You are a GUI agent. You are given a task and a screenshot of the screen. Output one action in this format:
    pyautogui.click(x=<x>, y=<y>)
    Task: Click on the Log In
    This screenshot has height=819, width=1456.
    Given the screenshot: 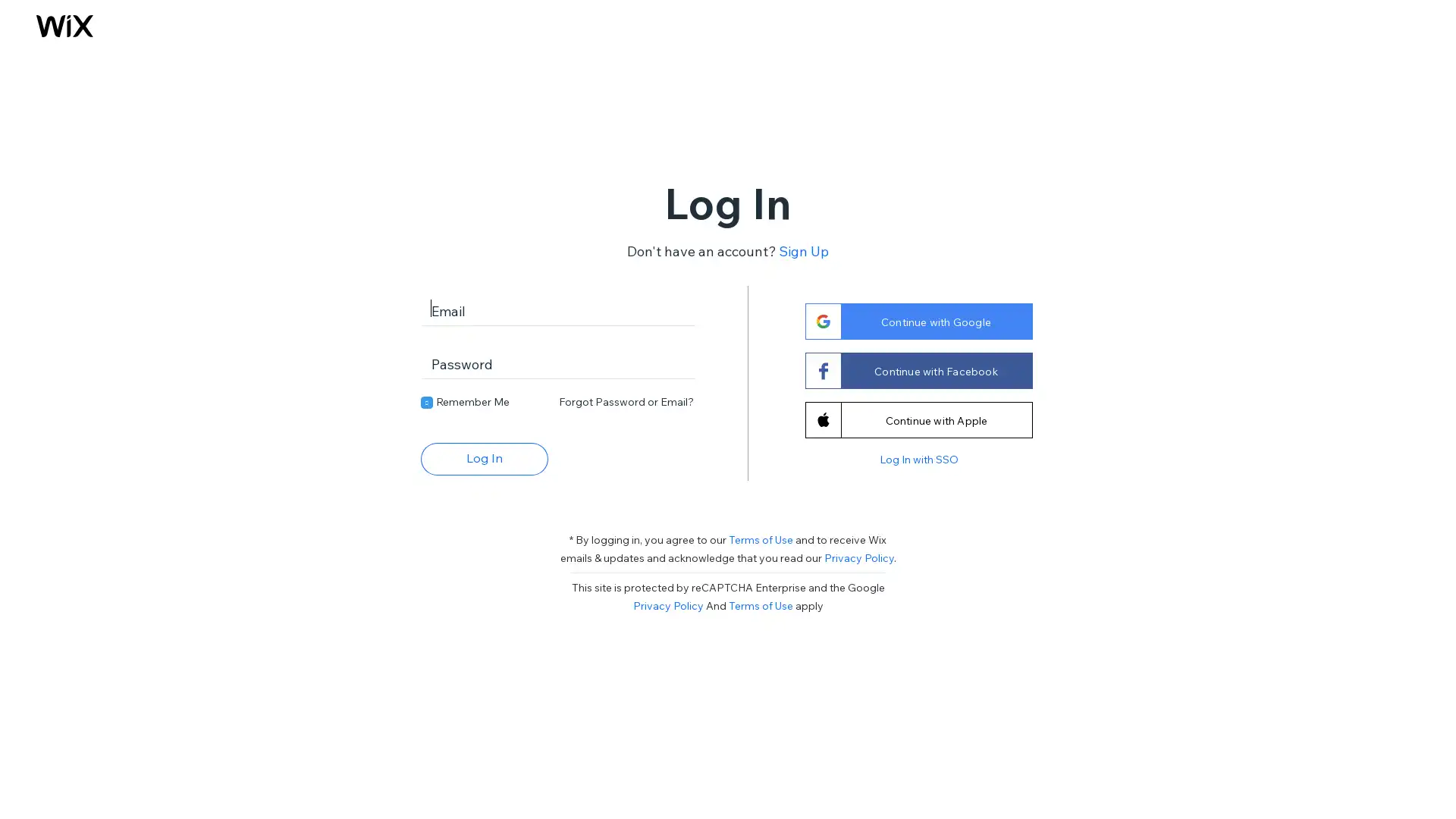 What is the action you would take?
    pyautogui.click(x=483, y=457)
    